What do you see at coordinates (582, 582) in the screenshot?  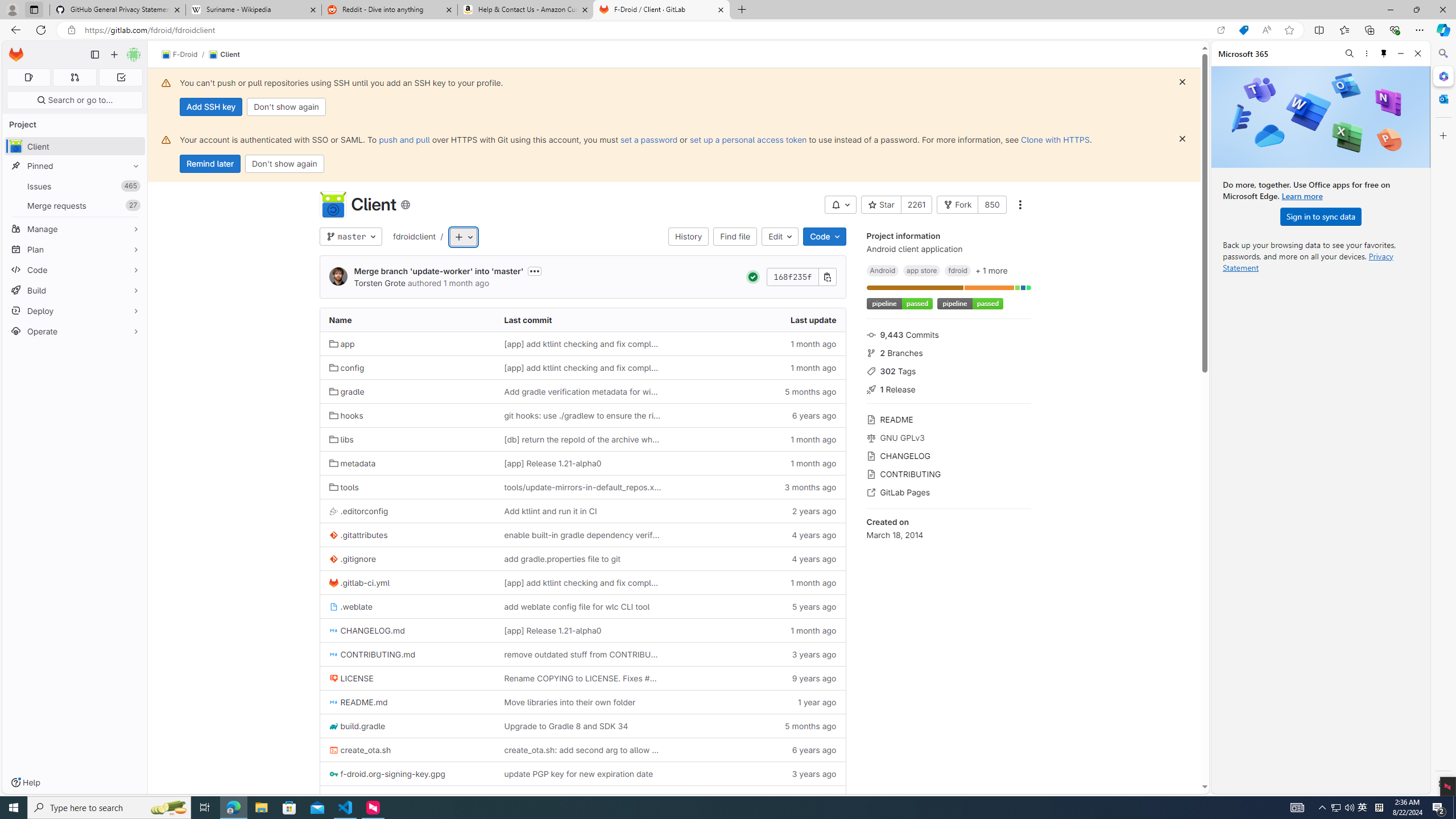 I see `'[app] add ktlint checking and fix complaints it has'` at bounding box center [582, 582].